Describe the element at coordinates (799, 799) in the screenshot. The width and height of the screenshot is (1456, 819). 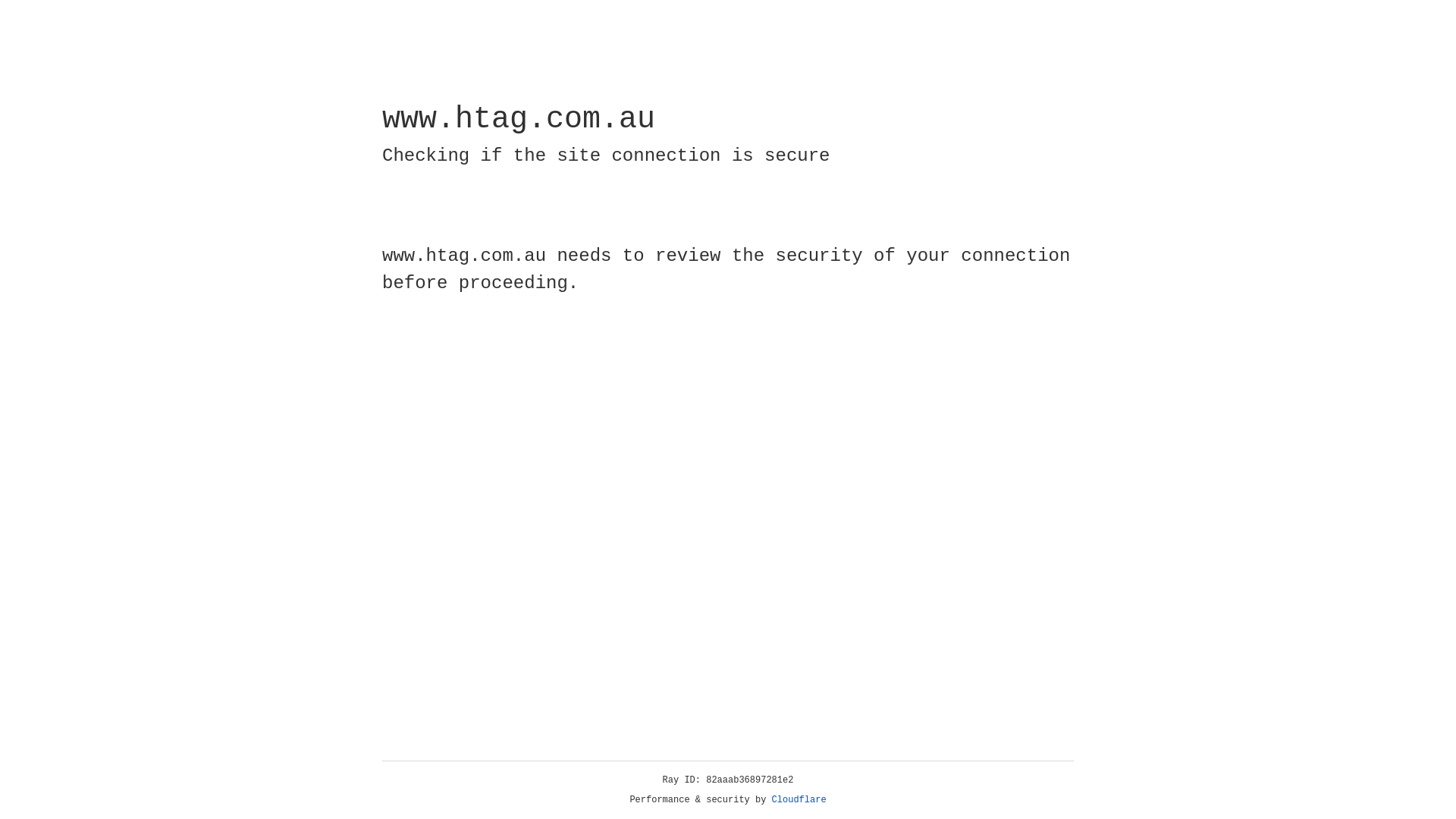
I see `'Cloudflare'` at that location.